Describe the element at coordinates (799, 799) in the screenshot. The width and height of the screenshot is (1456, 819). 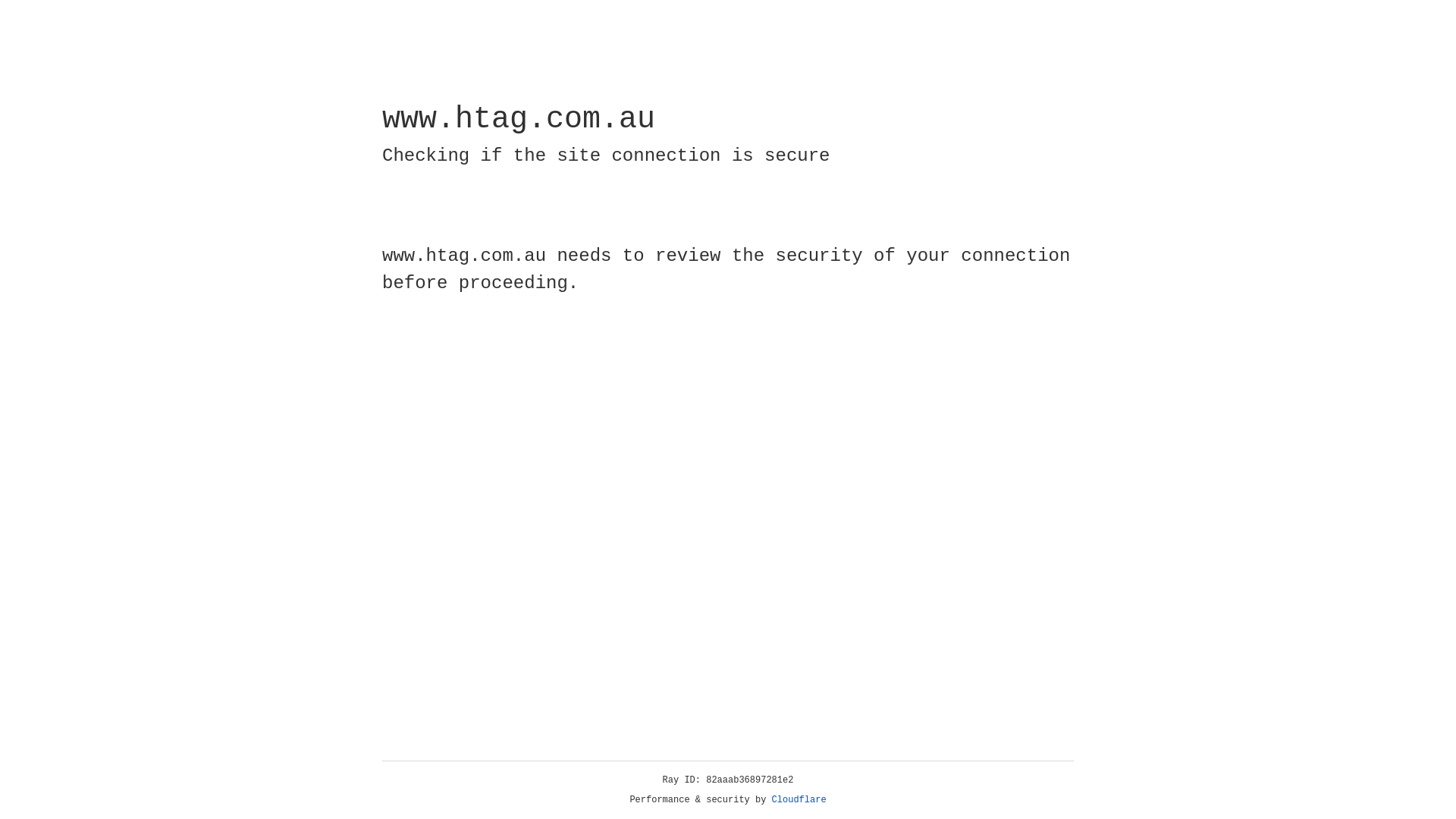
I see `'Cloudflare'` at that location.